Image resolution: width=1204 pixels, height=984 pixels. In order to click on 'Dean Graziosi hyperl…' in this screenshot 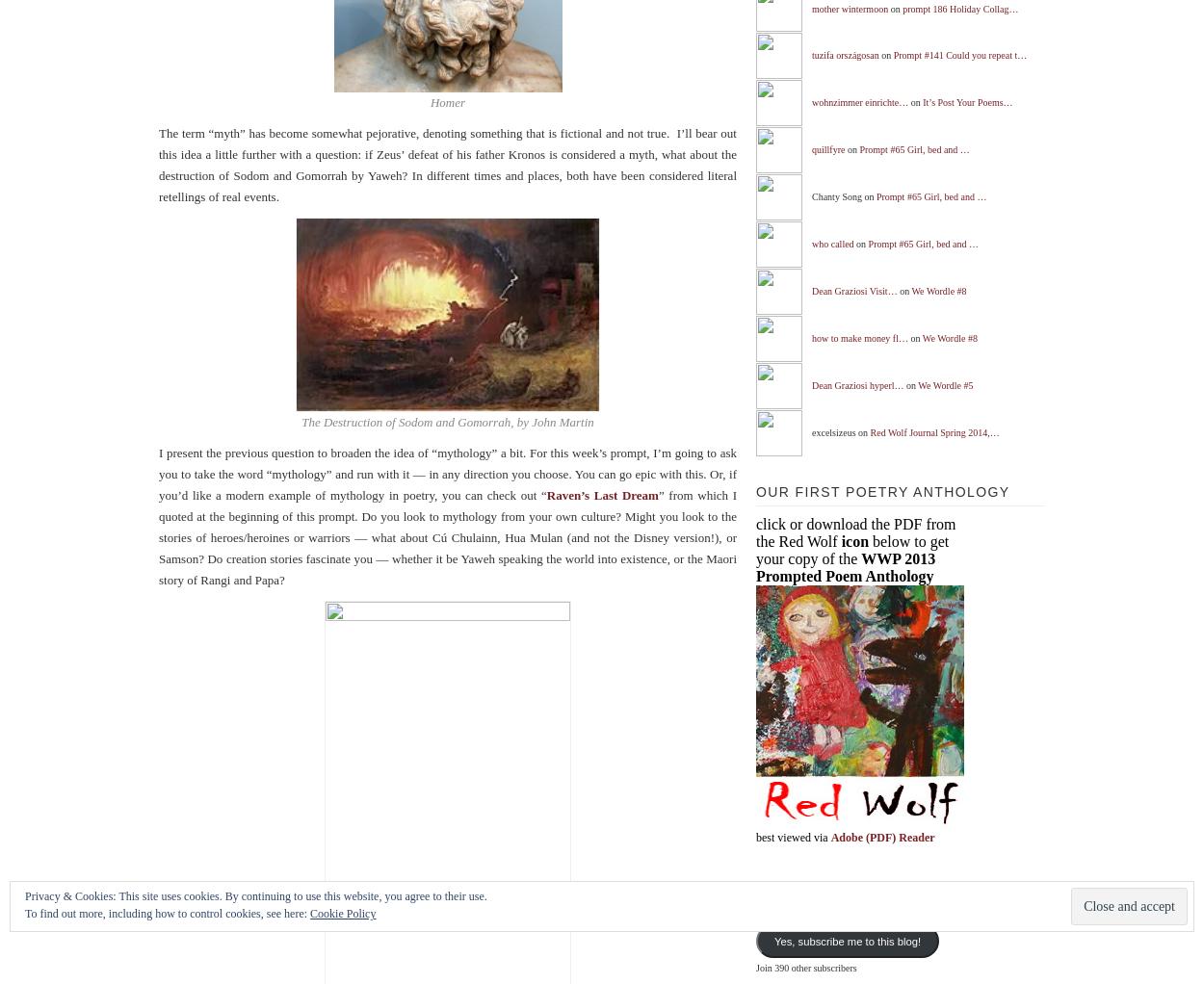, I will do `click(811, 383)`.